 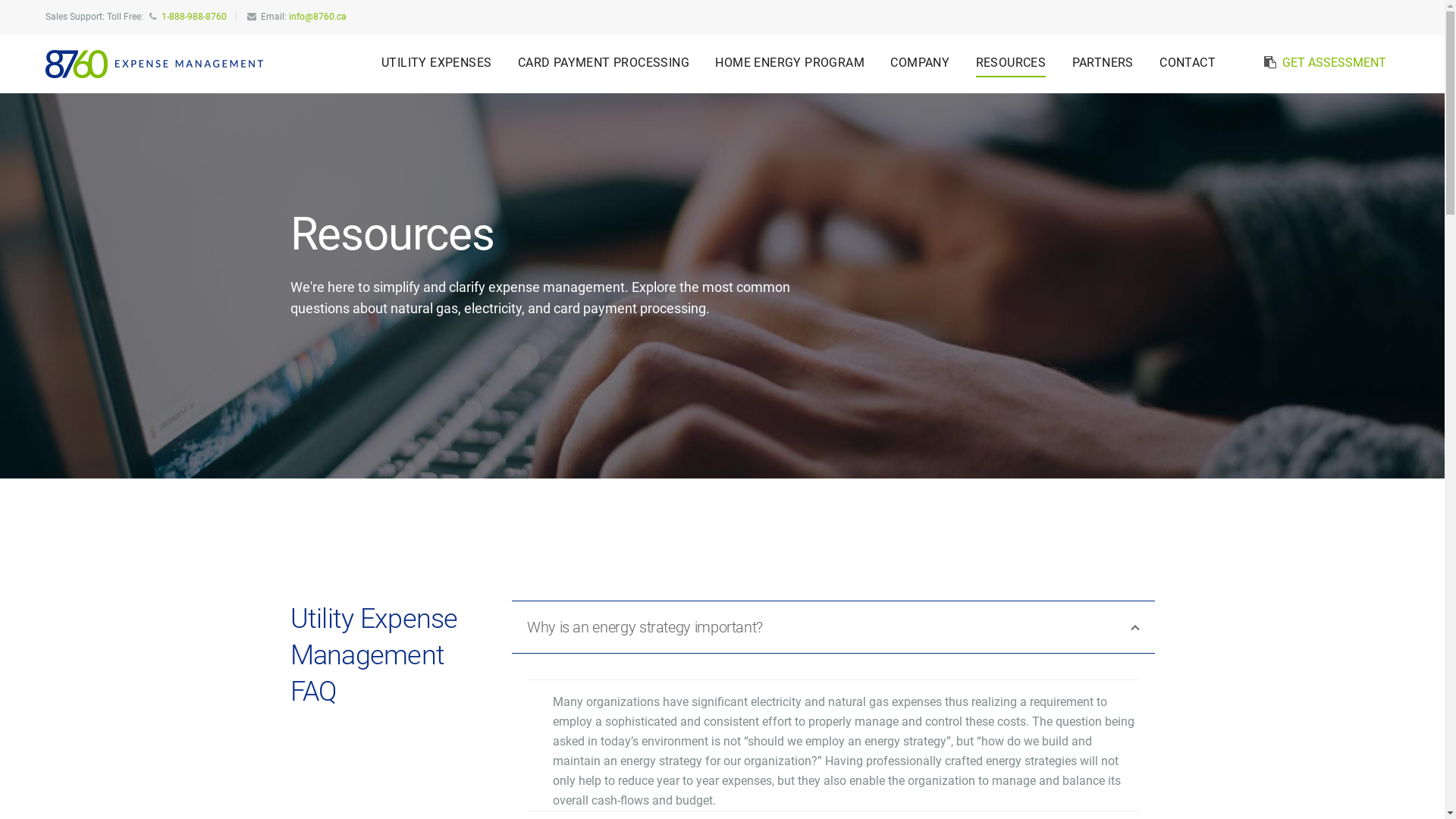 I want to click on 'UTILITY EXPENSES', so click(x=435, y=62).